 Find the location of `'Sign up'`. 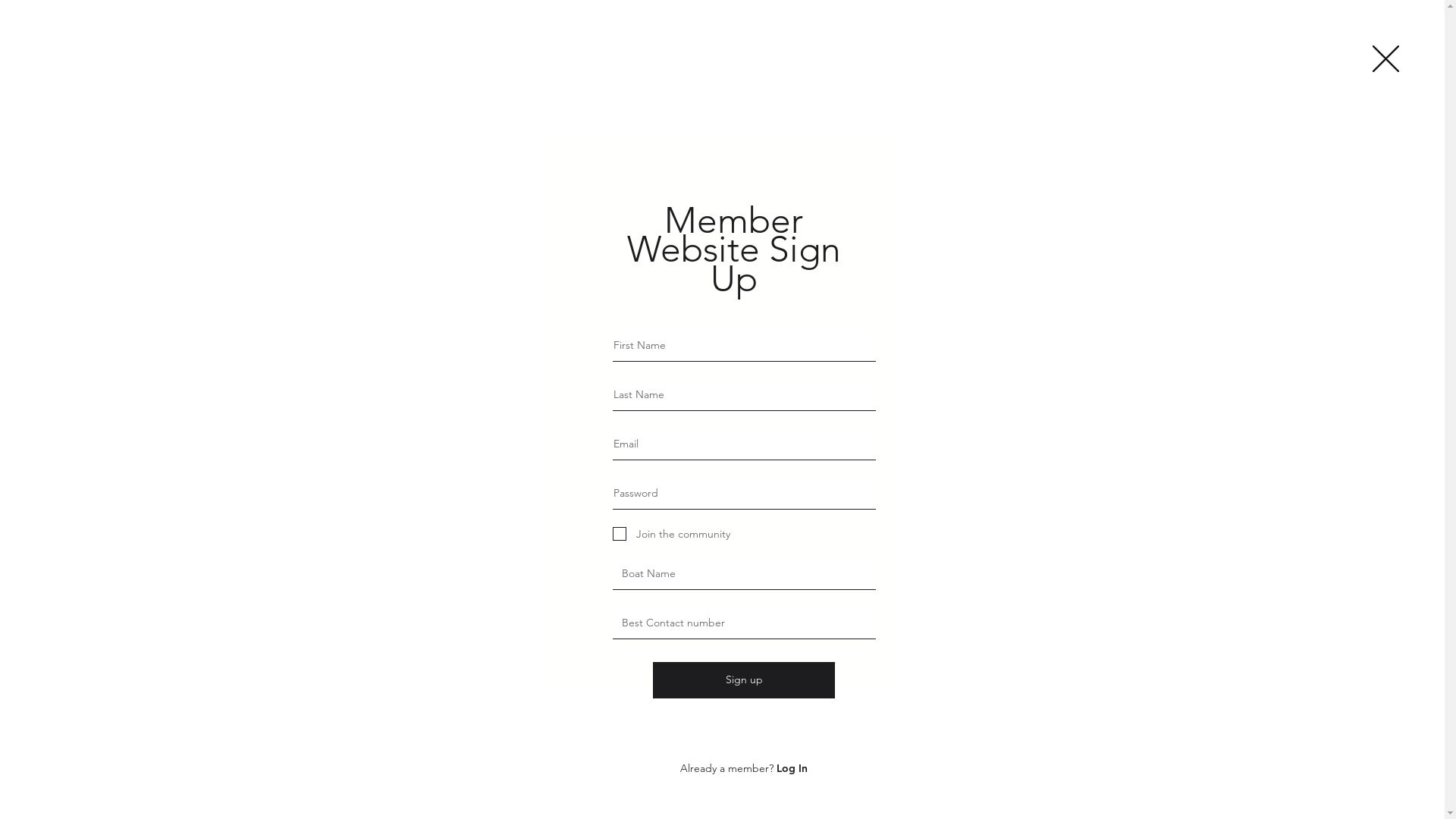

'Sign up' is located at coordinates (743, 679).